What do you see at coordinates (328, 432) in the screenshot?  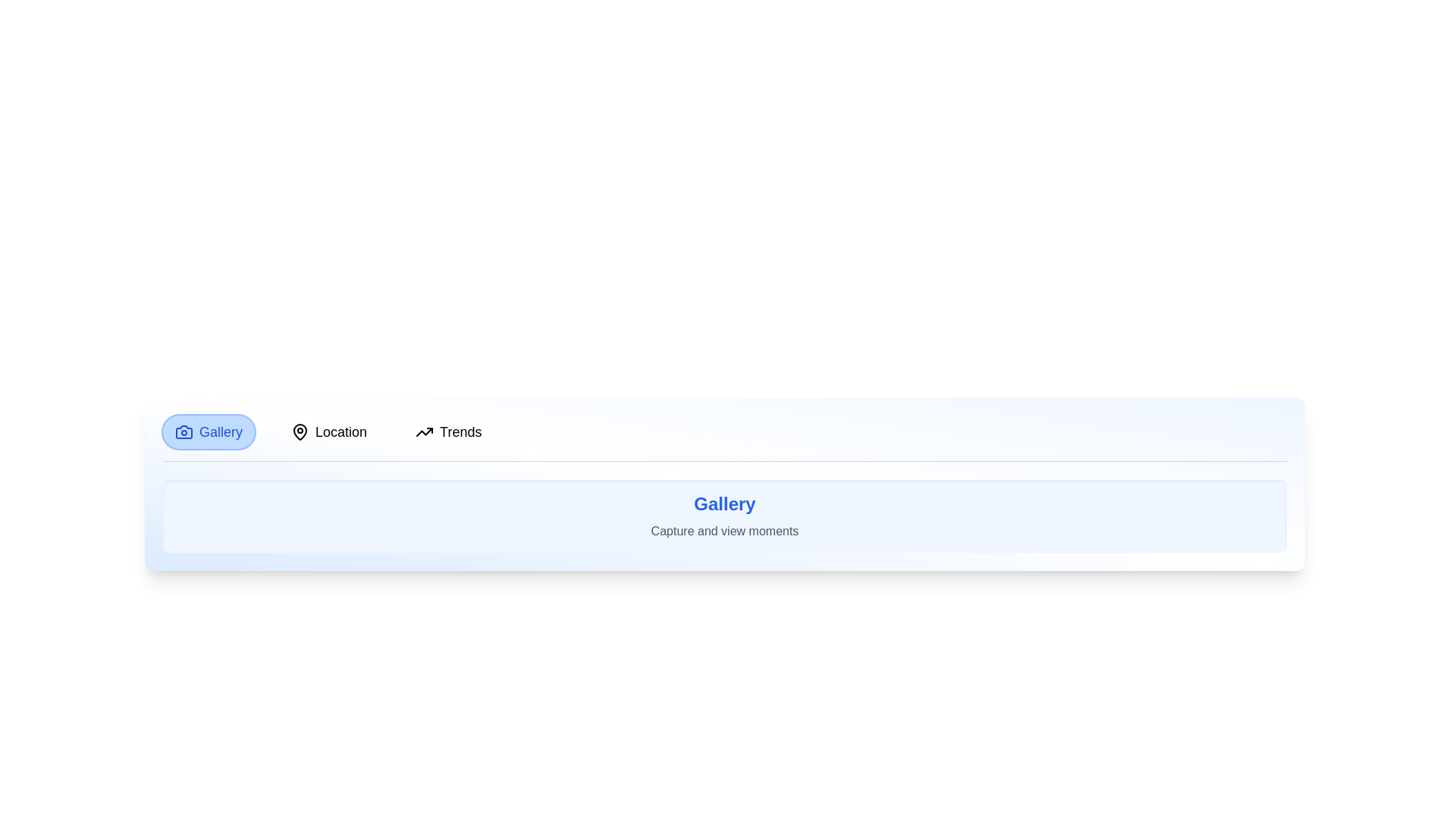 I see `the Location tab to observe the active tab styling changes` at bounding box center [328, 432].